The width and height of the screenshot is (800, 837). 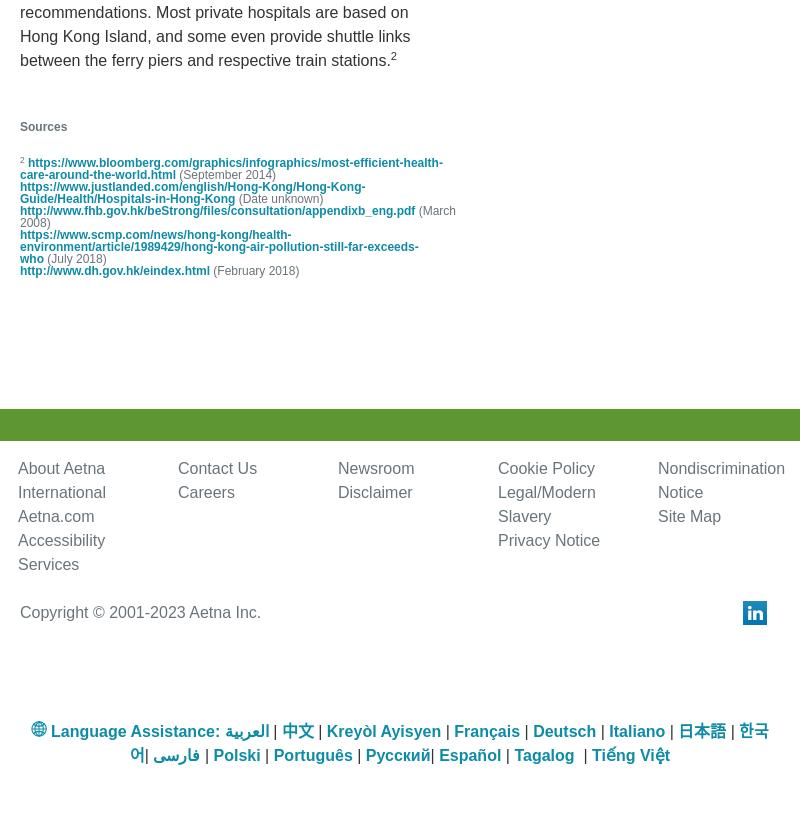 I want to click on 'Copyright © 2001-2023 Aetna Inc.', so click(x=140, y=612).